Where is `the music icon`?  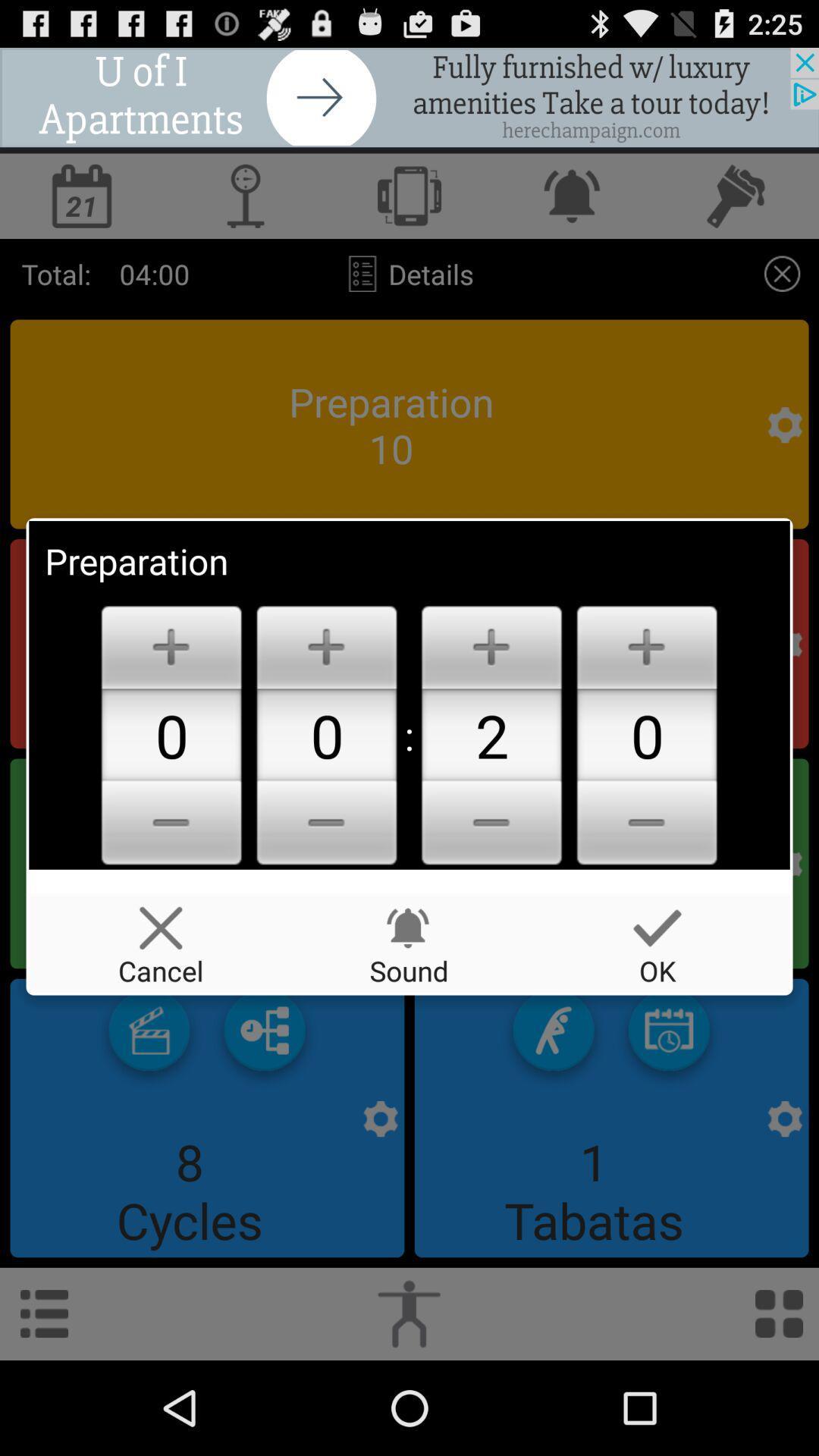
the music icon is located at coordinates (736, 209).